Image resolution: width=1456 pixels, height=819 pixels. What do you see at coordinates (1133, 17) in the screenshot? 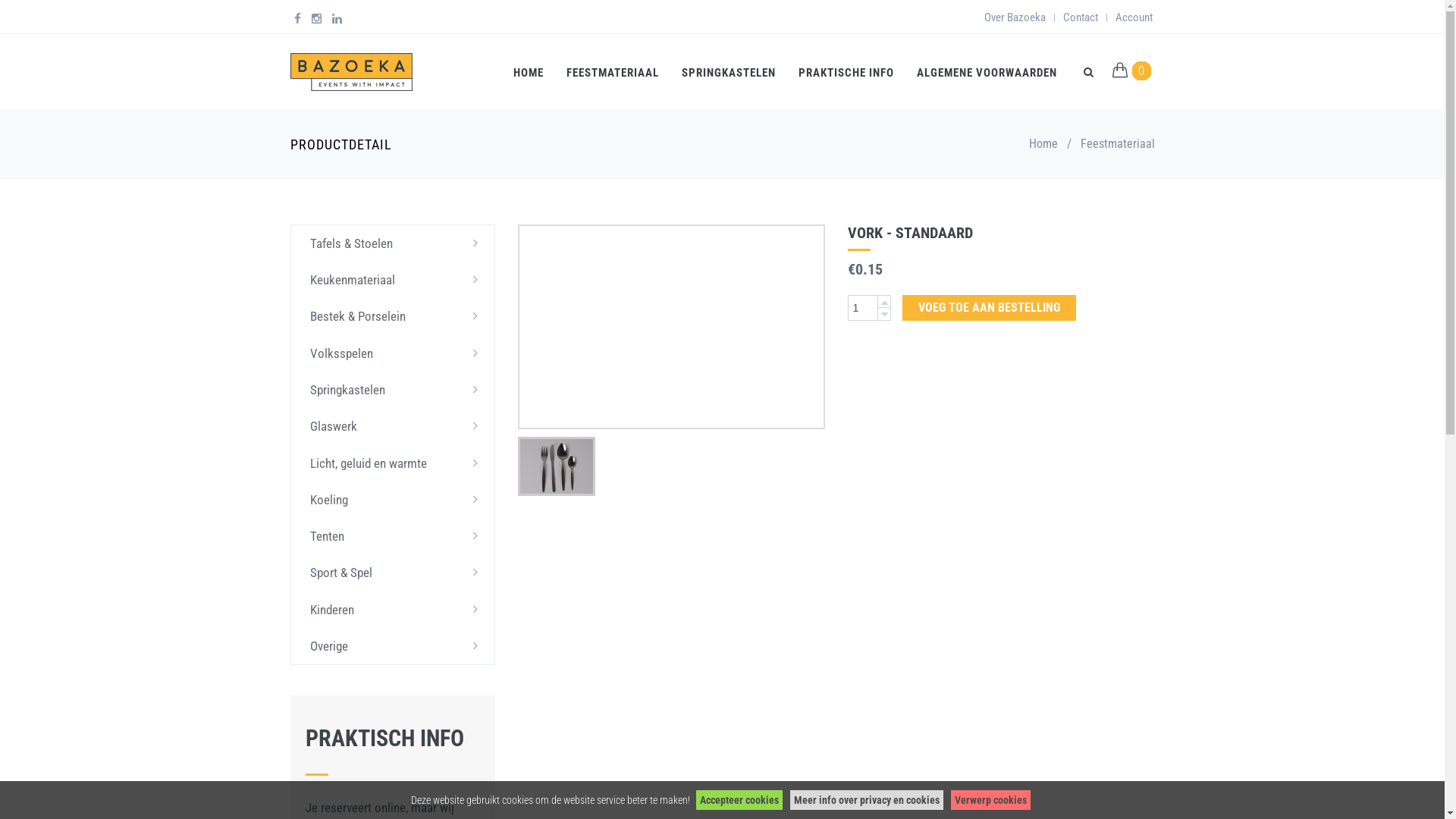
I see `'Account'` at bounding box center [1133, 17].